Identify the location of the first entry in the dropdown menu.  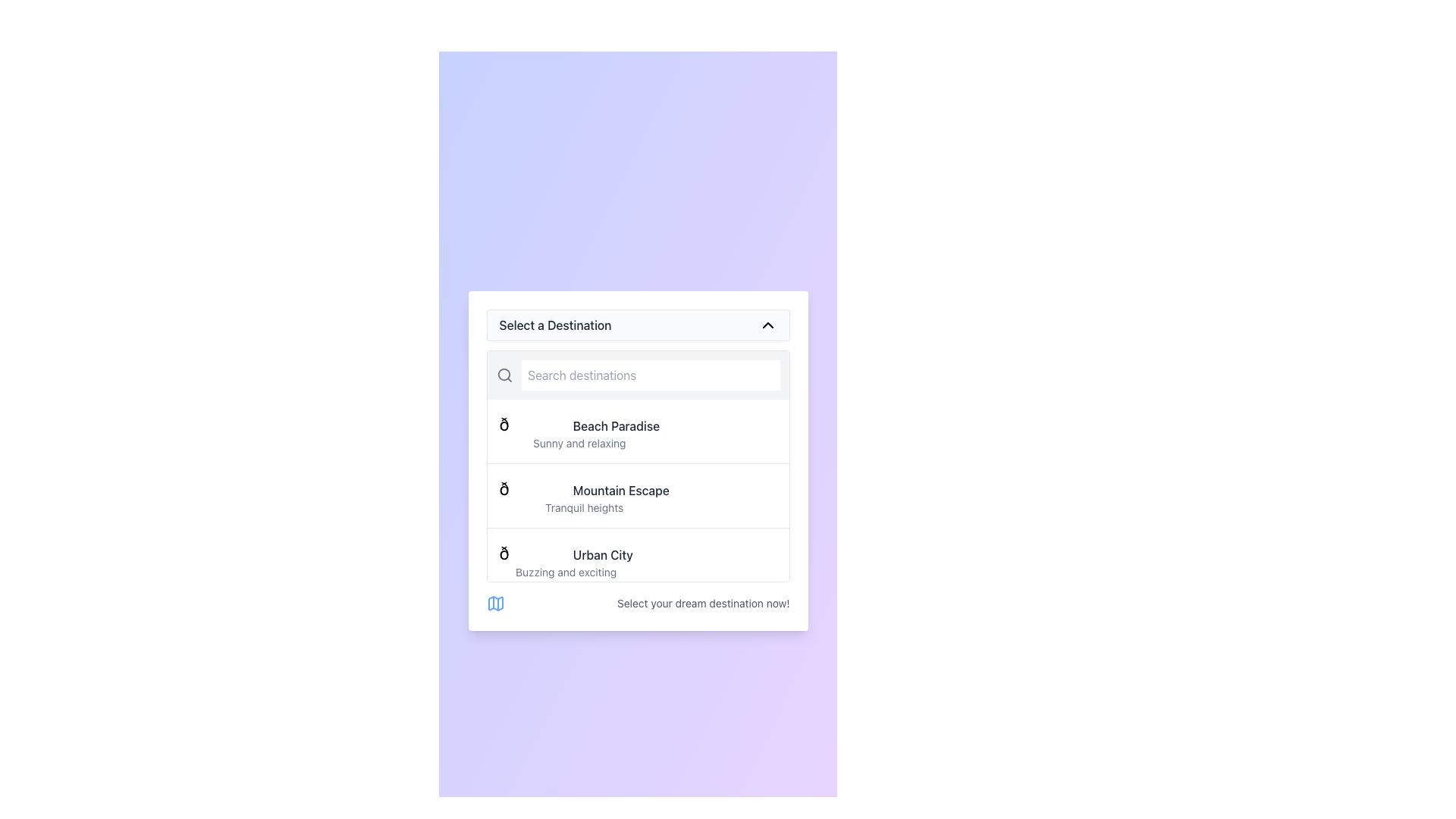
(579, 431).